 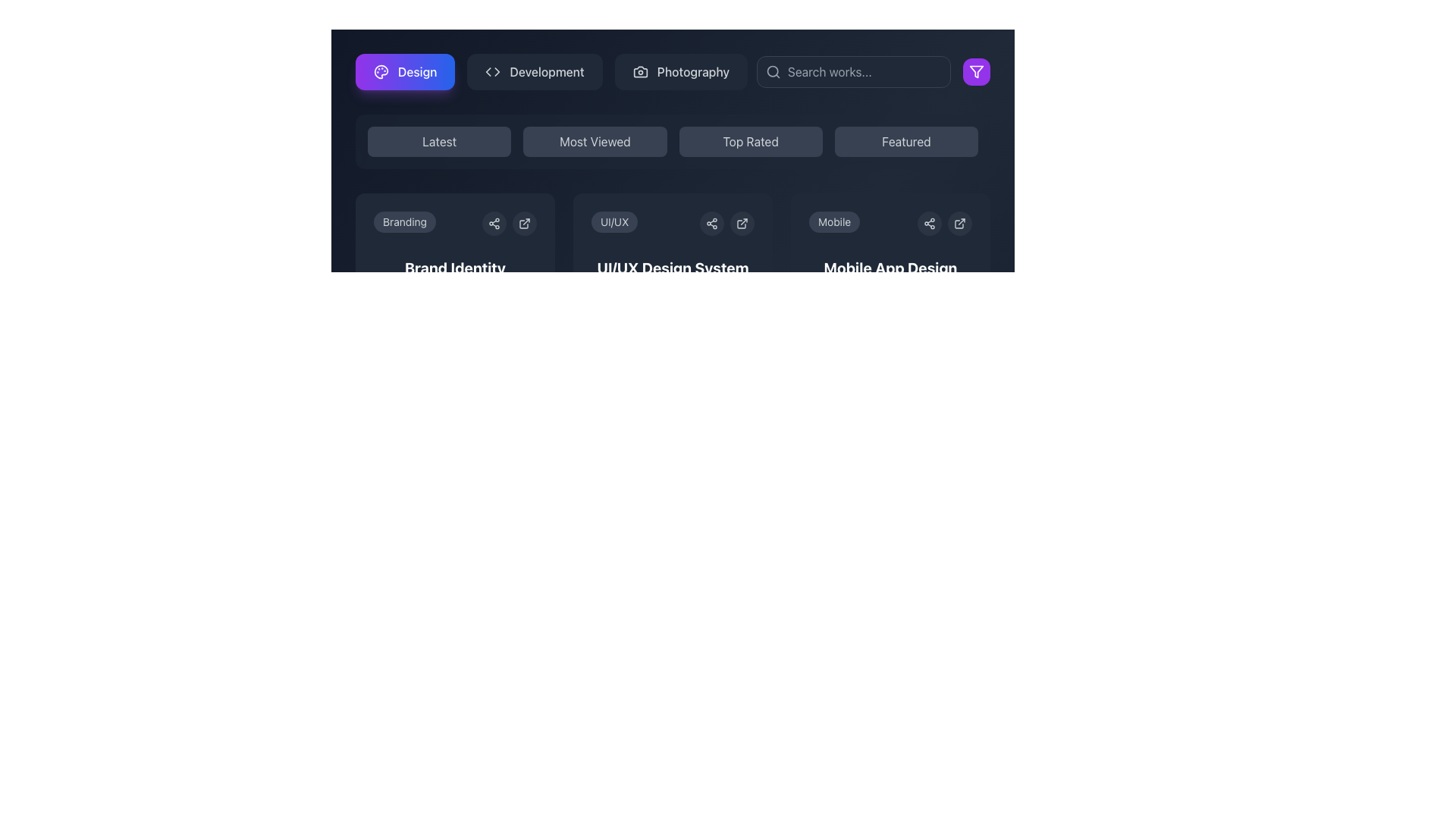 I want to click on the circular gray Icon button with a share symbol located in the top right corner of the UI card labeled 'UI/UX Design System' to share content, so click(x=711, y=223).